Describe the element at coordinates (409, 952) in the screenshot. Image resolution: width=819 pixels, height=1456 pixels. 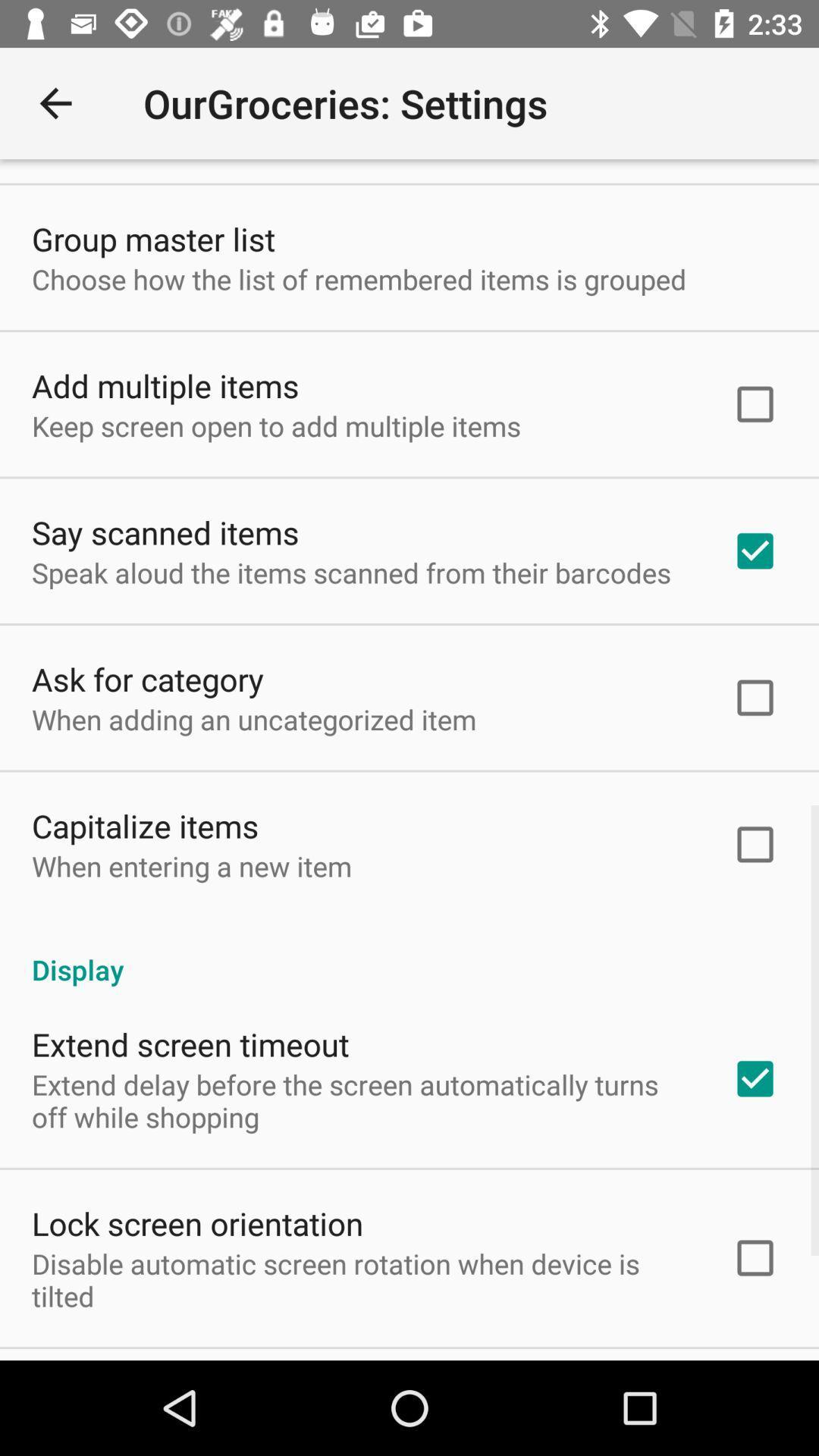
I see `the display` at that location.